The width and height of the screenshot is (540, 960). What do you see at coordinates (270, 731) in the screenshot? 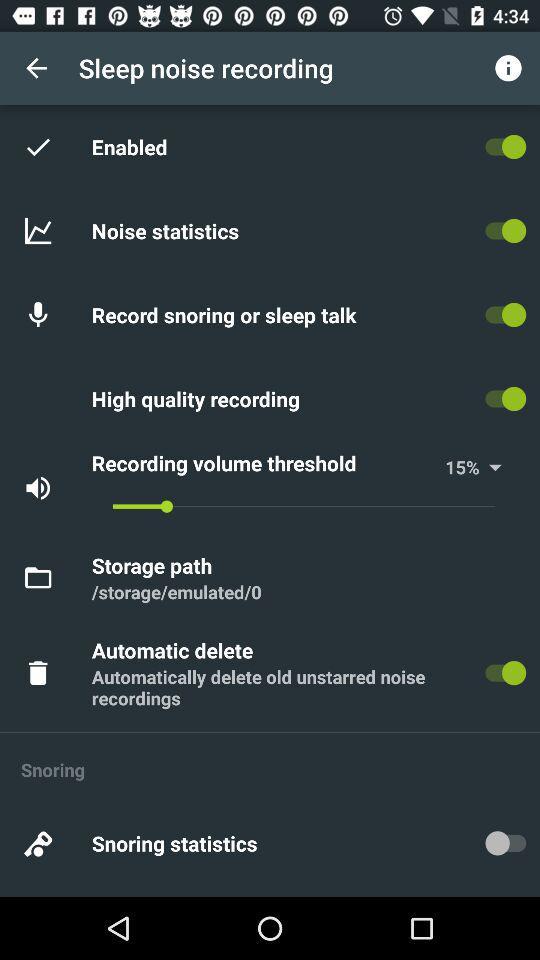
I see `the icon below the automatically delete old` at bounding box center [270, 731].